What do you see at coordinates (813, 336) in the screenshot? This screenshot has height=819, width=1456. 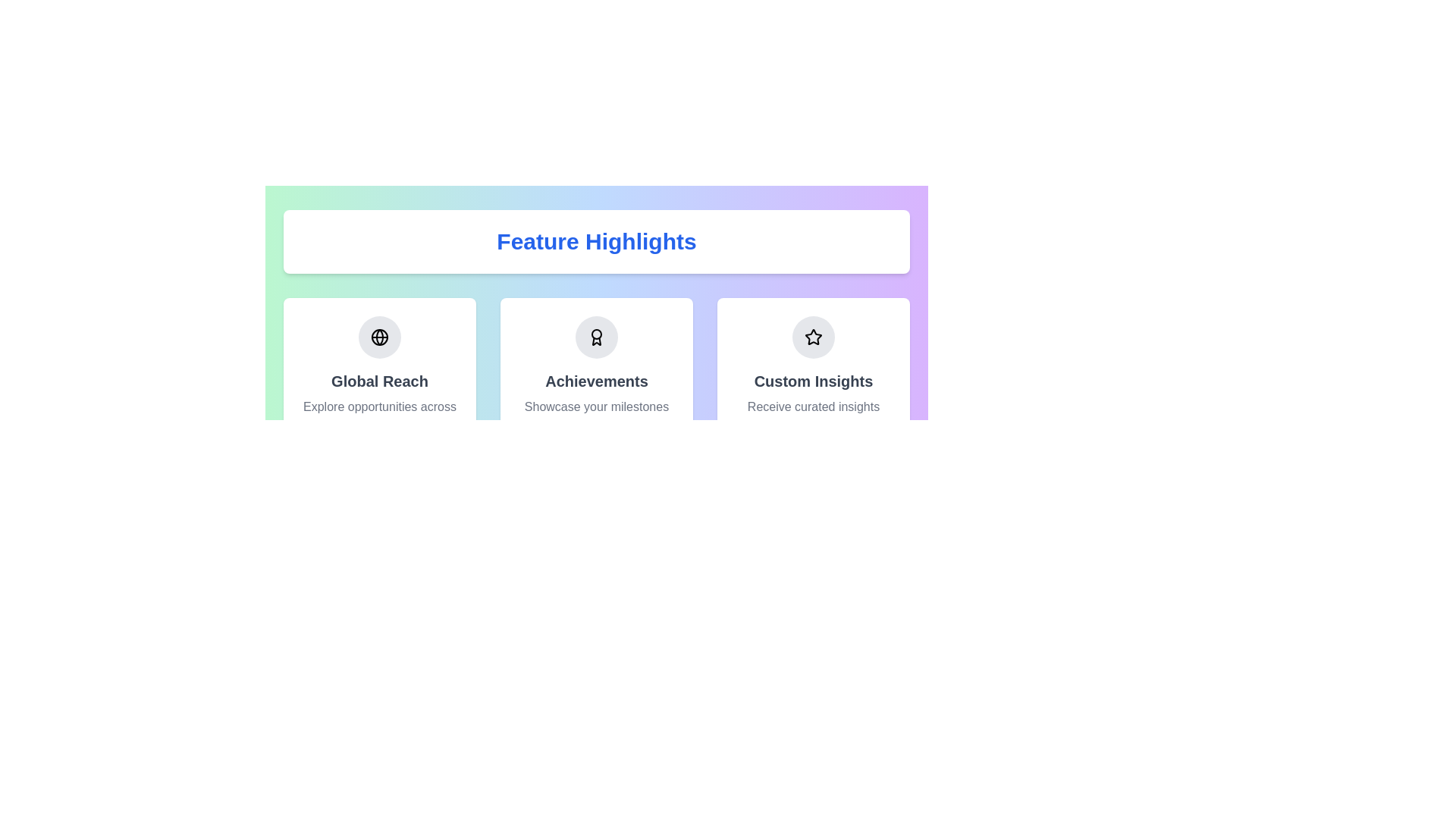 I see `the outlined star icon located near the top-right of the interface, adjacent to the 'Custom Insights' section, if it provides interactive functionality` at bounding box center [813, 336].